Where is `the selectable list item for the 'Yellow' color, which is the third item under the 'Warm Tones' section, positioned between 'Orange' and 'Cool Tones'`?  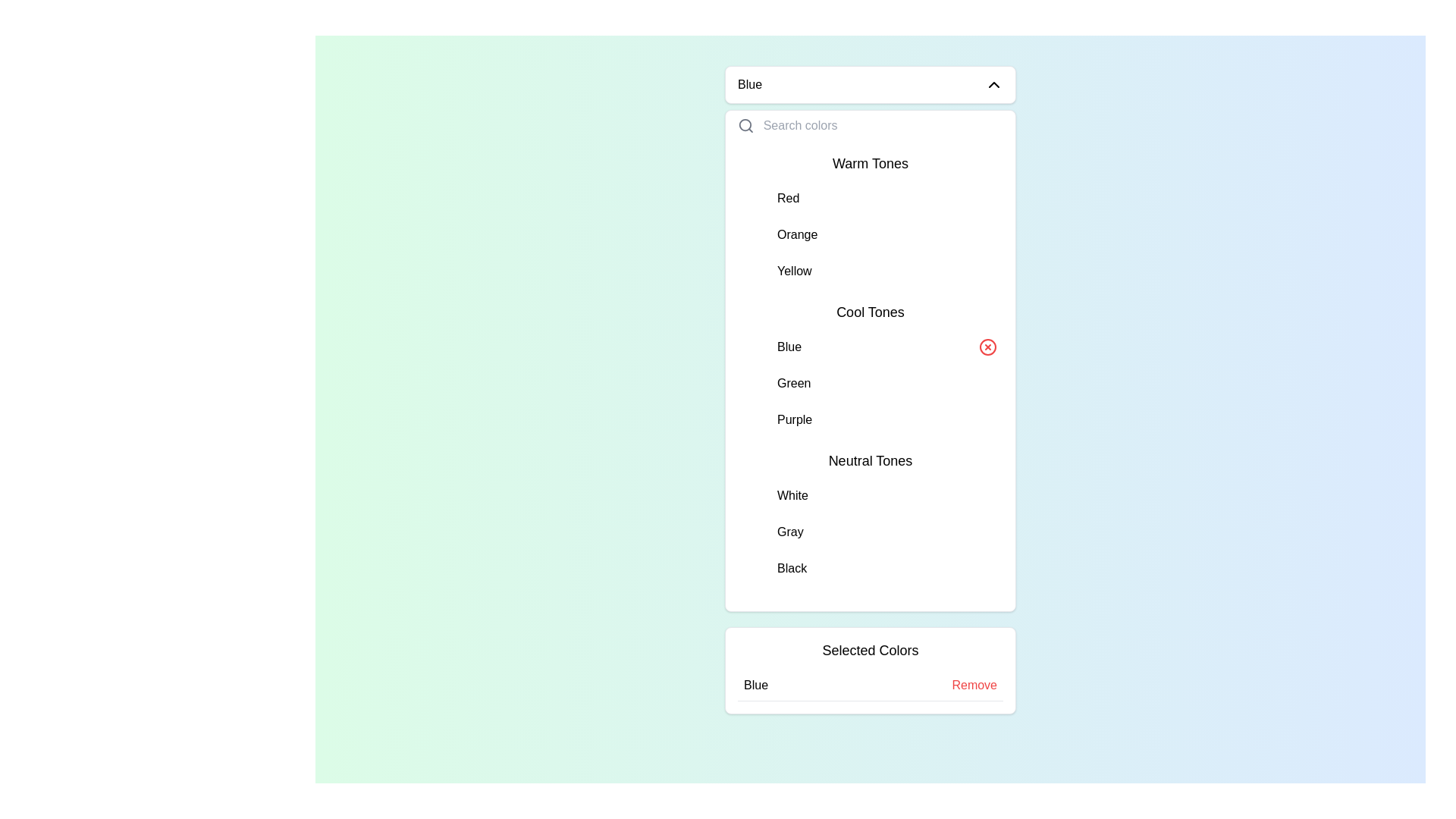 the selectable list item for the 'Yellow' color, which is the third item under the 'Warm Tones' section, positioned between 'Orange' and 'Cool Tones' is located at coordinates (870, 271).